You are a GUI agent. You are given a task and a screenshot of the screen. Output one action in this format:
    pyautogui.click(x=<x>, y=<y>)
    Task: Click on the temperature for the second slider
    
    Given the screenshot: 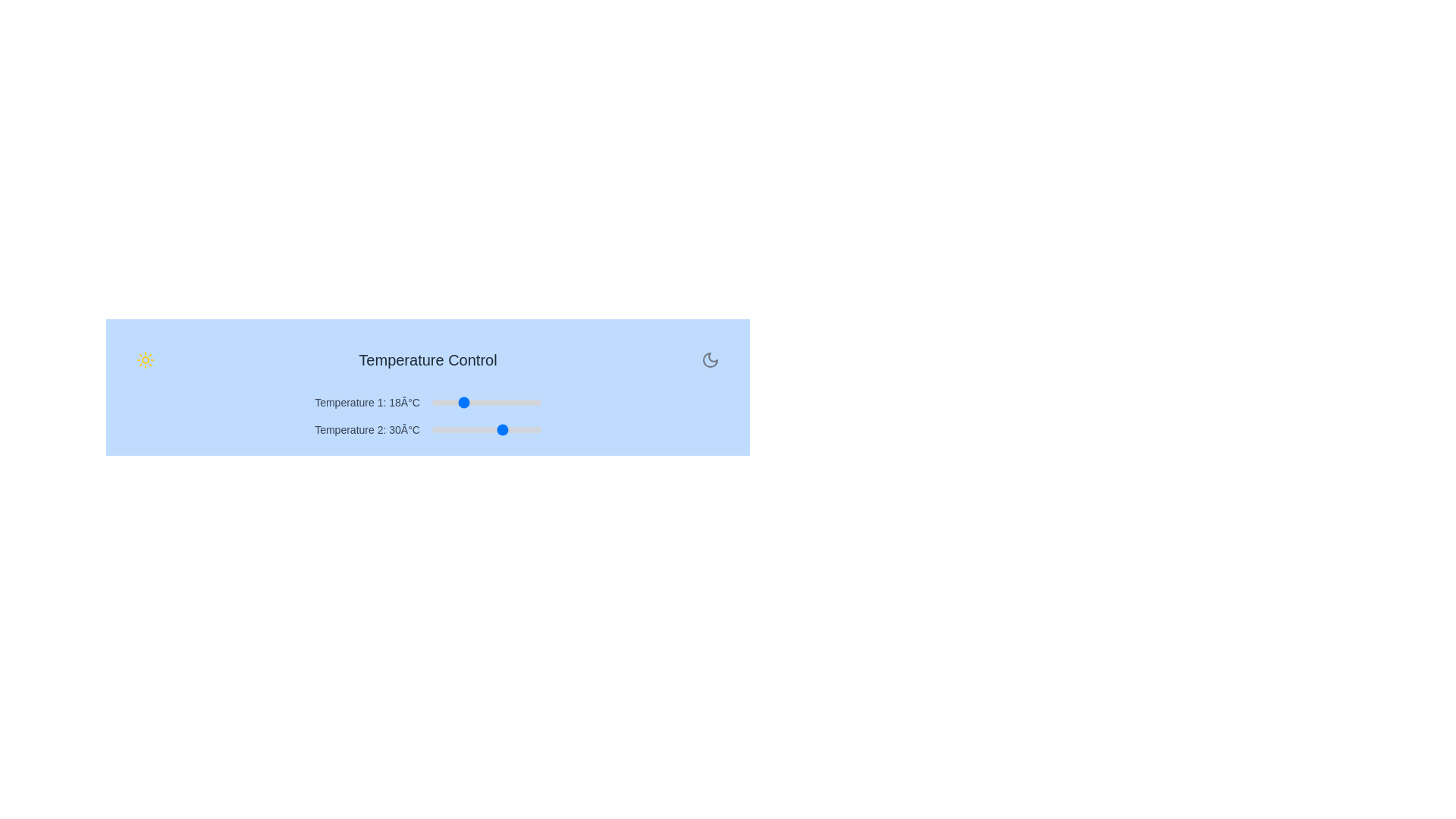 What is the action you would take?
    pyautogui.click(x=482, y=430)
    